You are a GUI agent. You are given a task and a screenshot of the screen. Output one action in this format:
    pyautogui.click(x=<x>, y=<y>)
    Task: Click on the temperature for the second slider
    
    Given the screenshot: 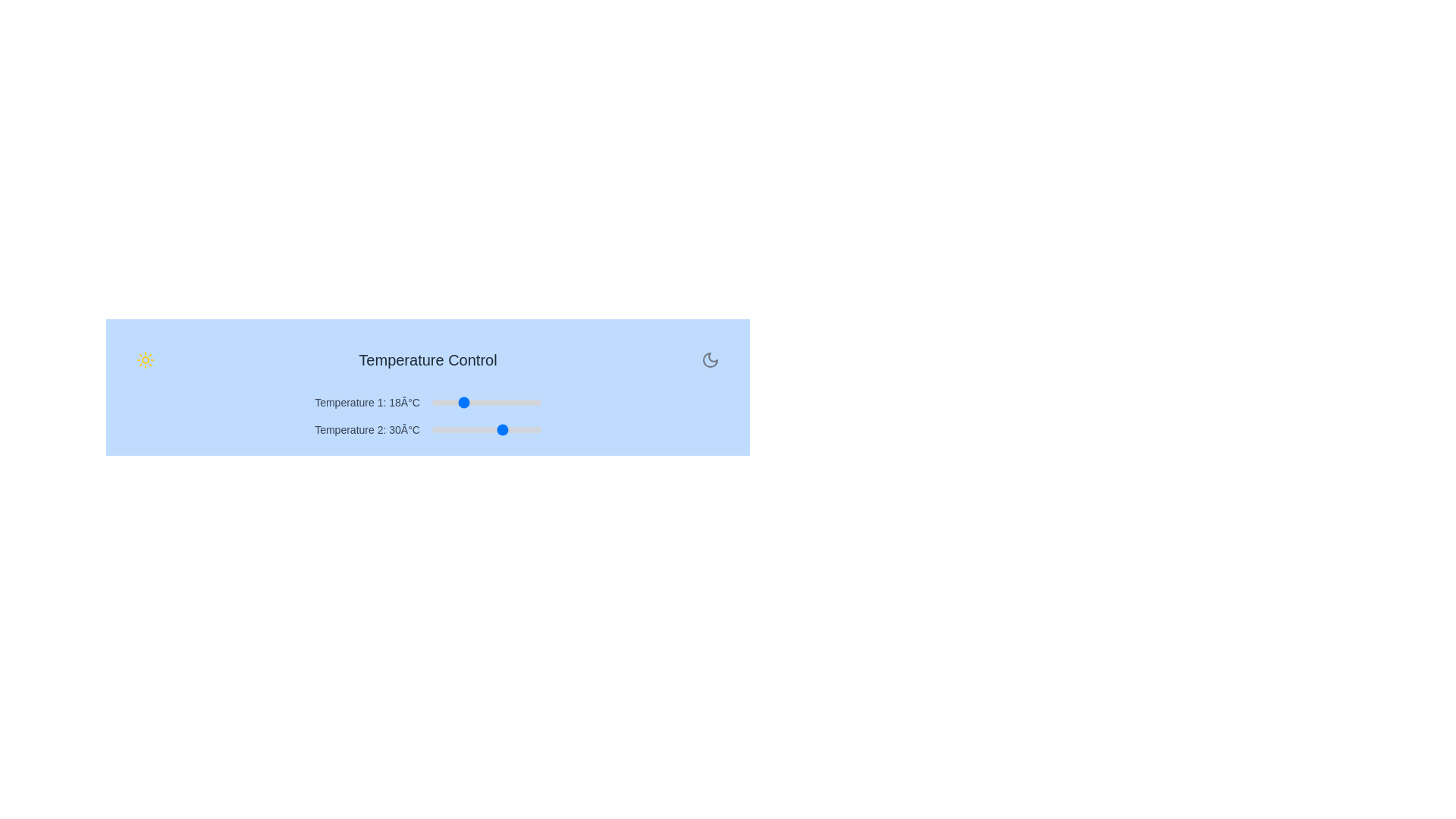 What is the action you would take?
    pyautogui.click(x=482, y=430)
    